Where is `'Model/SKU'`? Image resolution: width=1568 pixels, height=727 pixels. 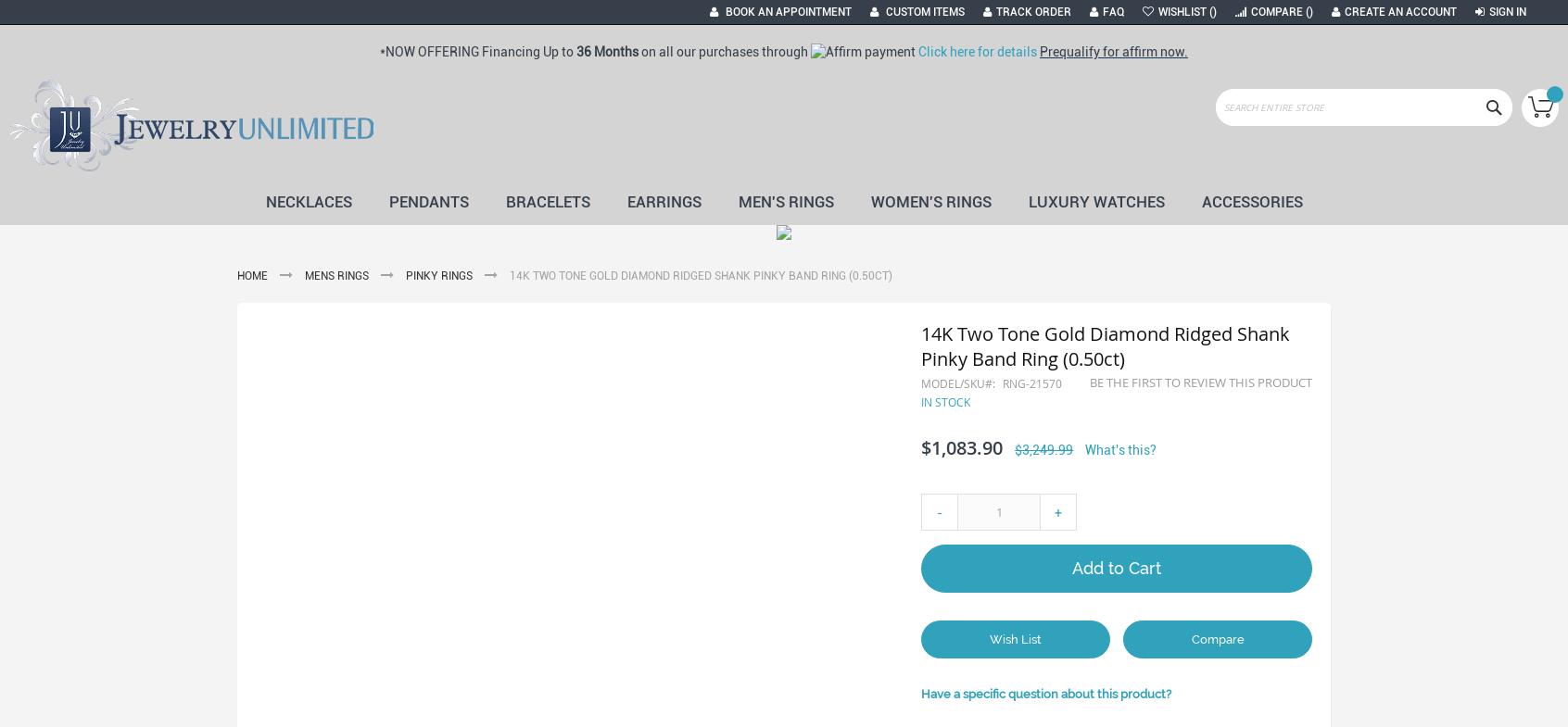 'Model/SKU' is located at coordinates (952, 382).